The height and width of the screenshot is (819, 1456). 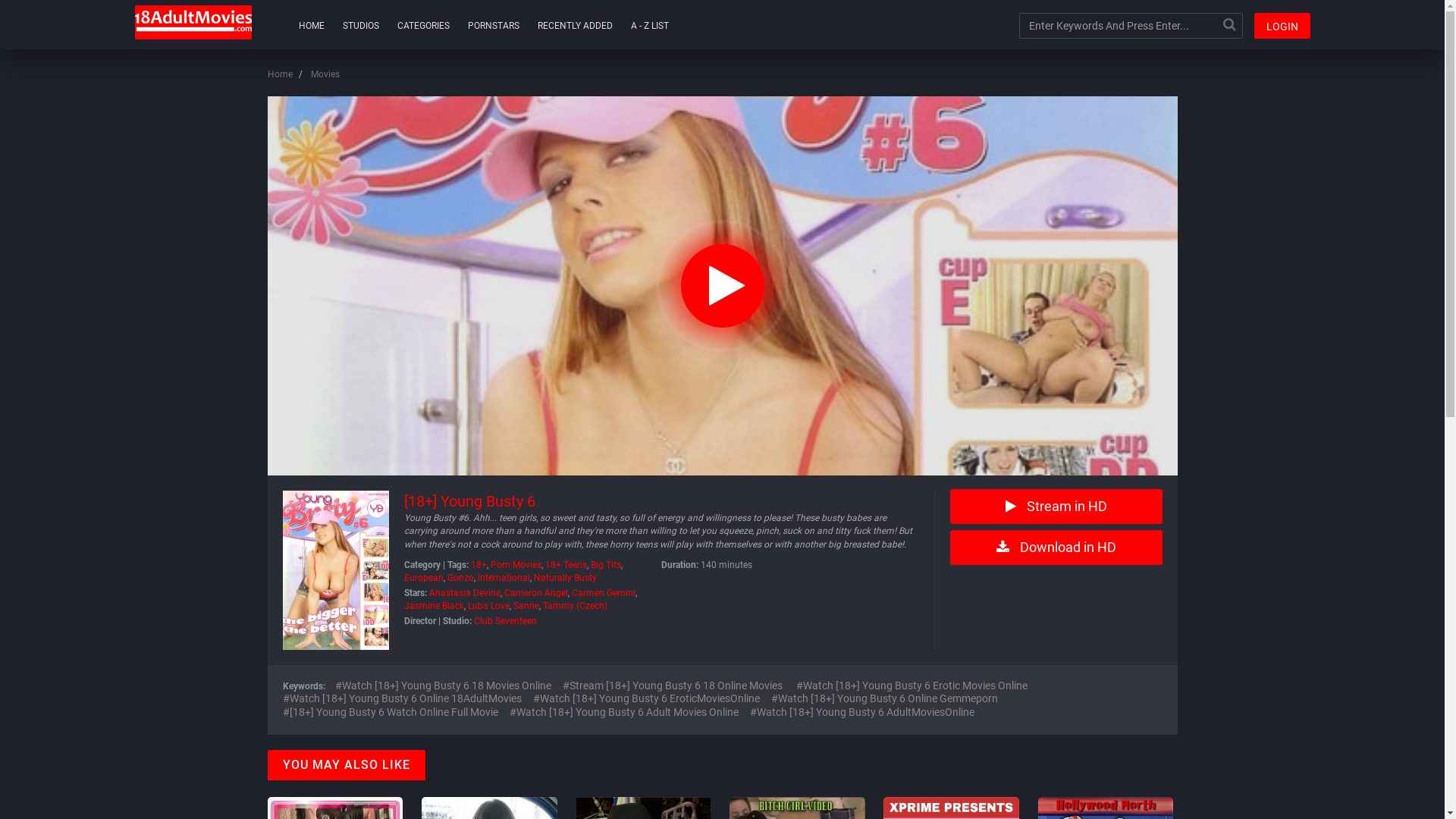 What do you see at coordinates (494, 26) in the screenshot?
I see `'PORNSTARS'` at bounding box center [494, 26].